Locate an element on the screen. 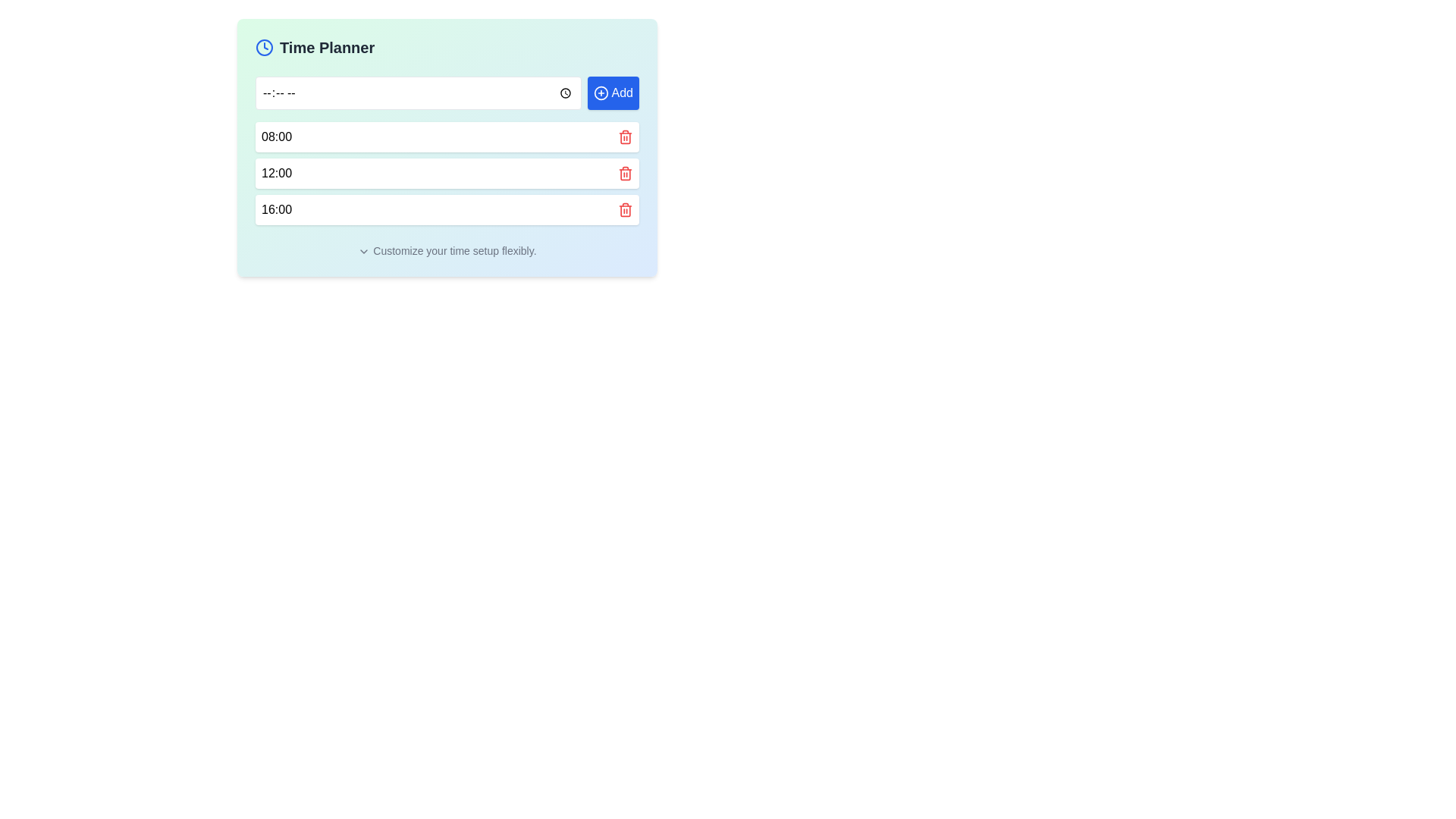 This screenshot has height=819, width=1456. the vibrant blue 'Add' button located at the top right of the 'Time Planner' panel is located at coordinates (613, 93).